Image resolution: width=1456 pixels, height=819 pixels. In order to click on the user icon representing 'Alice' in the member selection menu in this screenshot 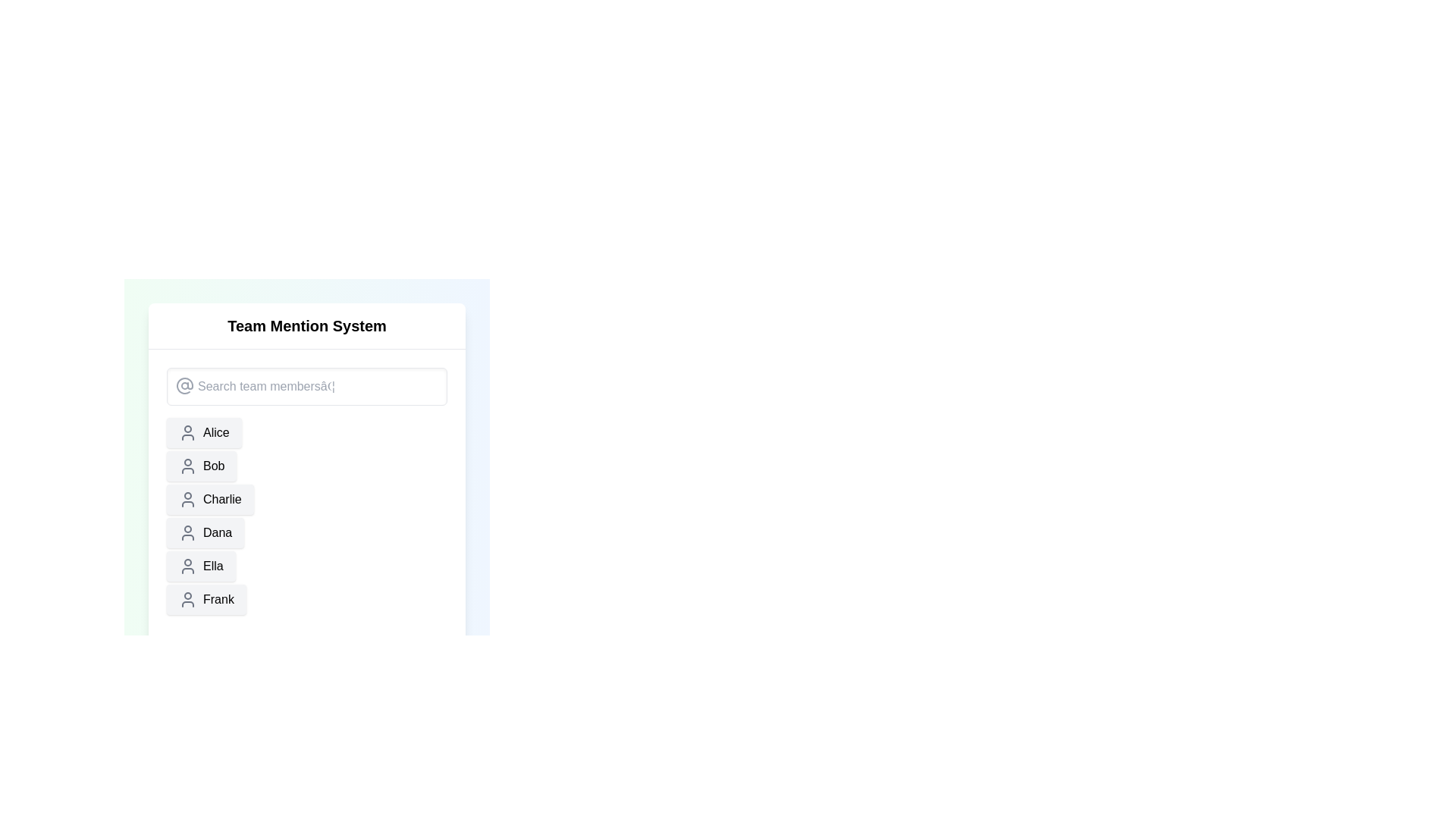, I will do `click(187, 432)`.